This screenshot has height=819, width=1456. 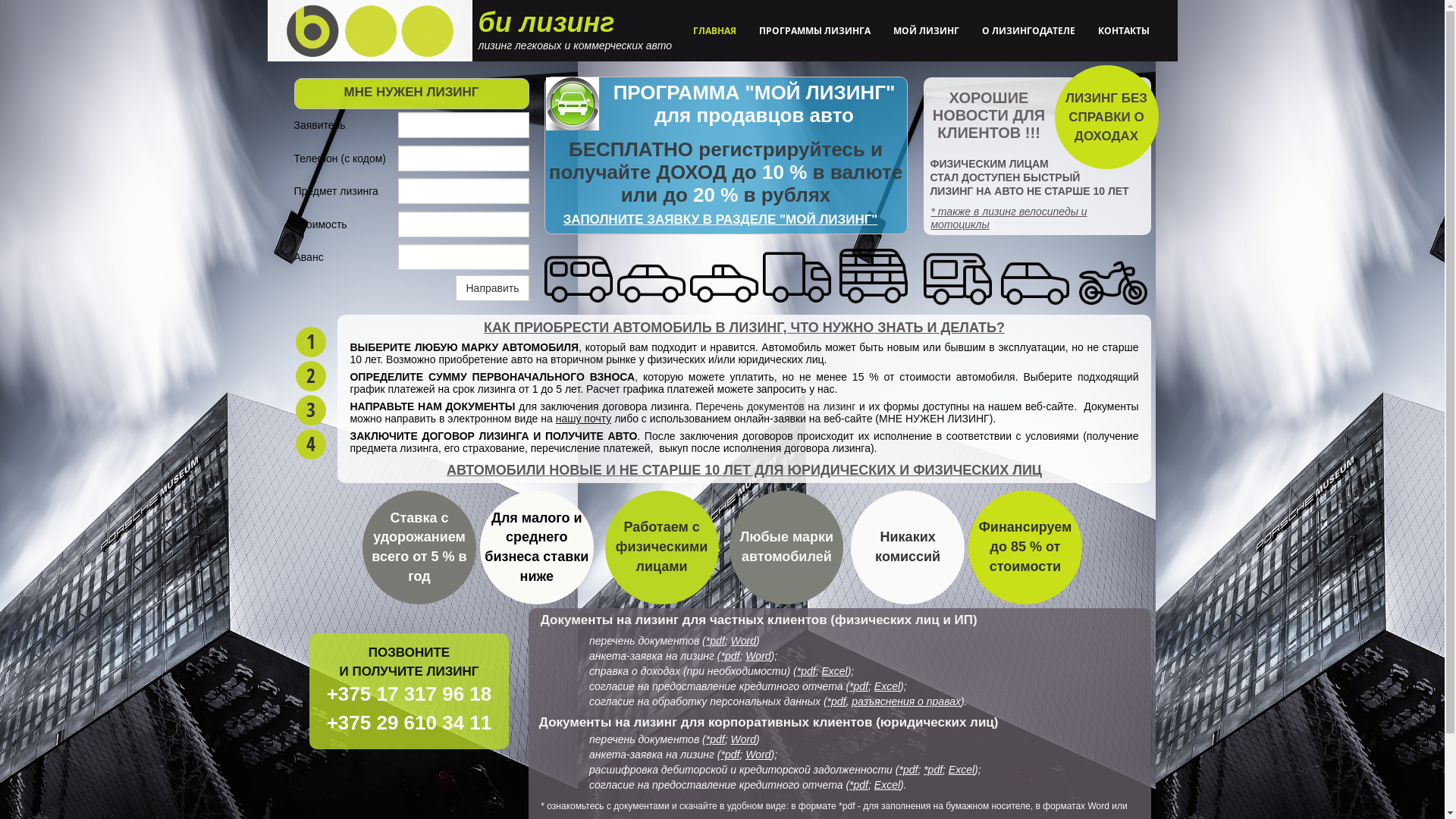 What do you see at coordinates (858, 686) in the screenshot?
I see `'*pdf'` at bounding box center [858, 686].